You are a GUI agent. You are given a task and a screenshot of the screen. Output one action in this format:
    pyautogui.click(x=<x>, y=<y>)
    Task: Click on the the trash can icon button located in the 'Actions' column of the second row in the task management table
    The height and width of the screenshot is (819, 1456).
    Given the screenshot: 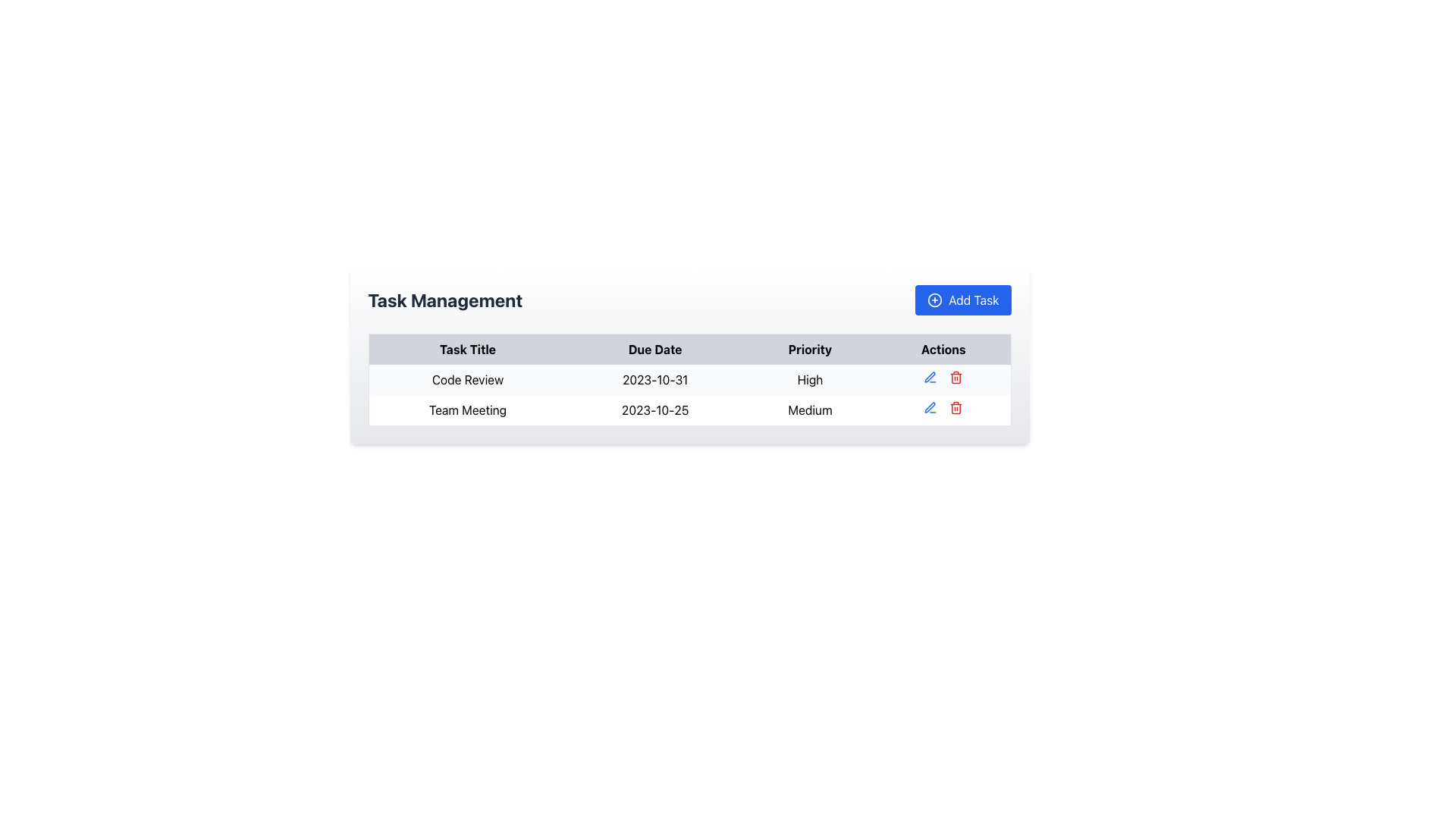 What is the action you would take?
    pyautogui.click(x=955, y=406)
    